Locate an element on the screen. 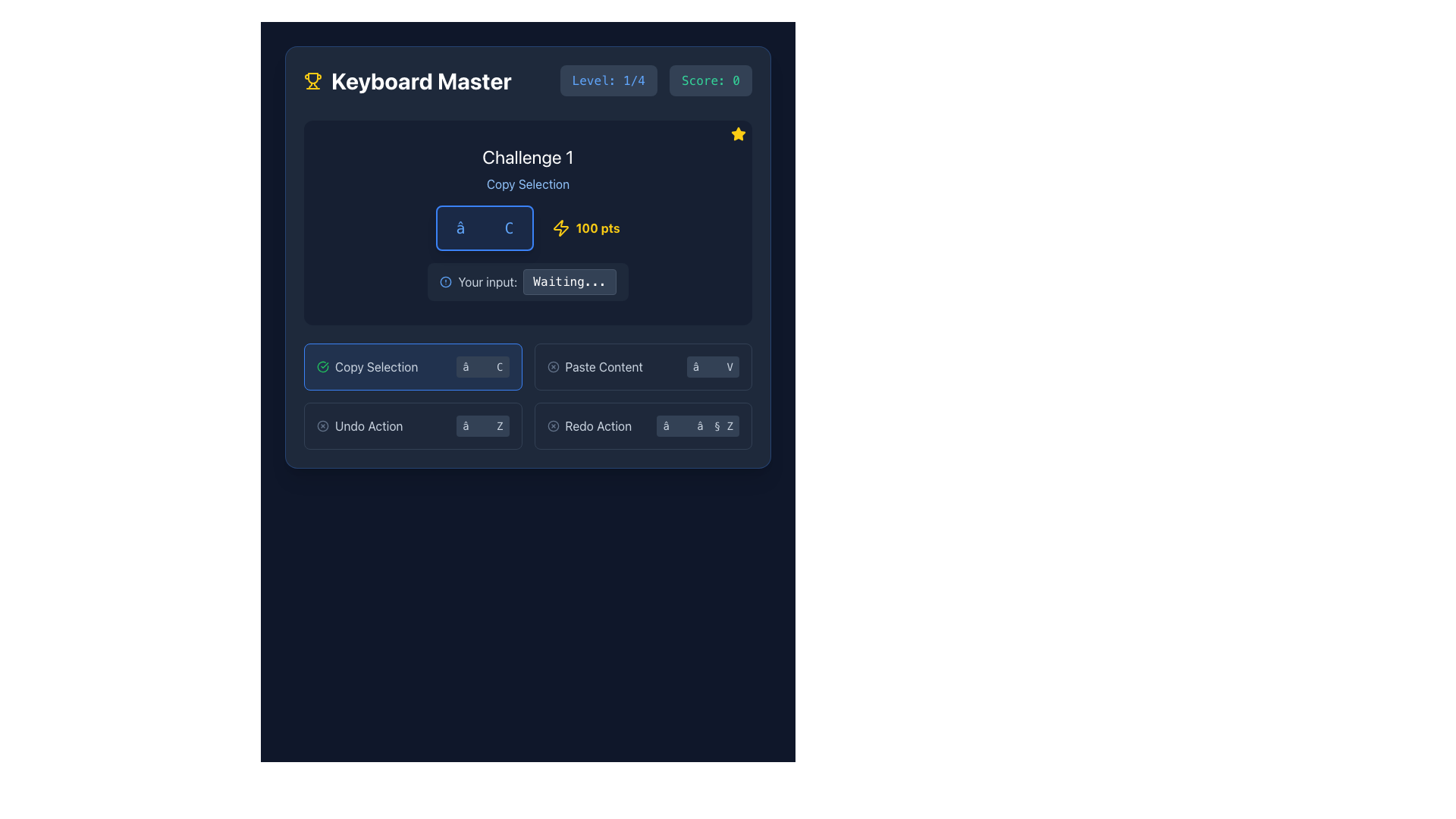 The height and width of the screenshot is (819, 1456). the star-shaped icon filled with yellow color located in the top-right corner of the game interface, adjacent to the score panel is located at coordinates (739, 133).